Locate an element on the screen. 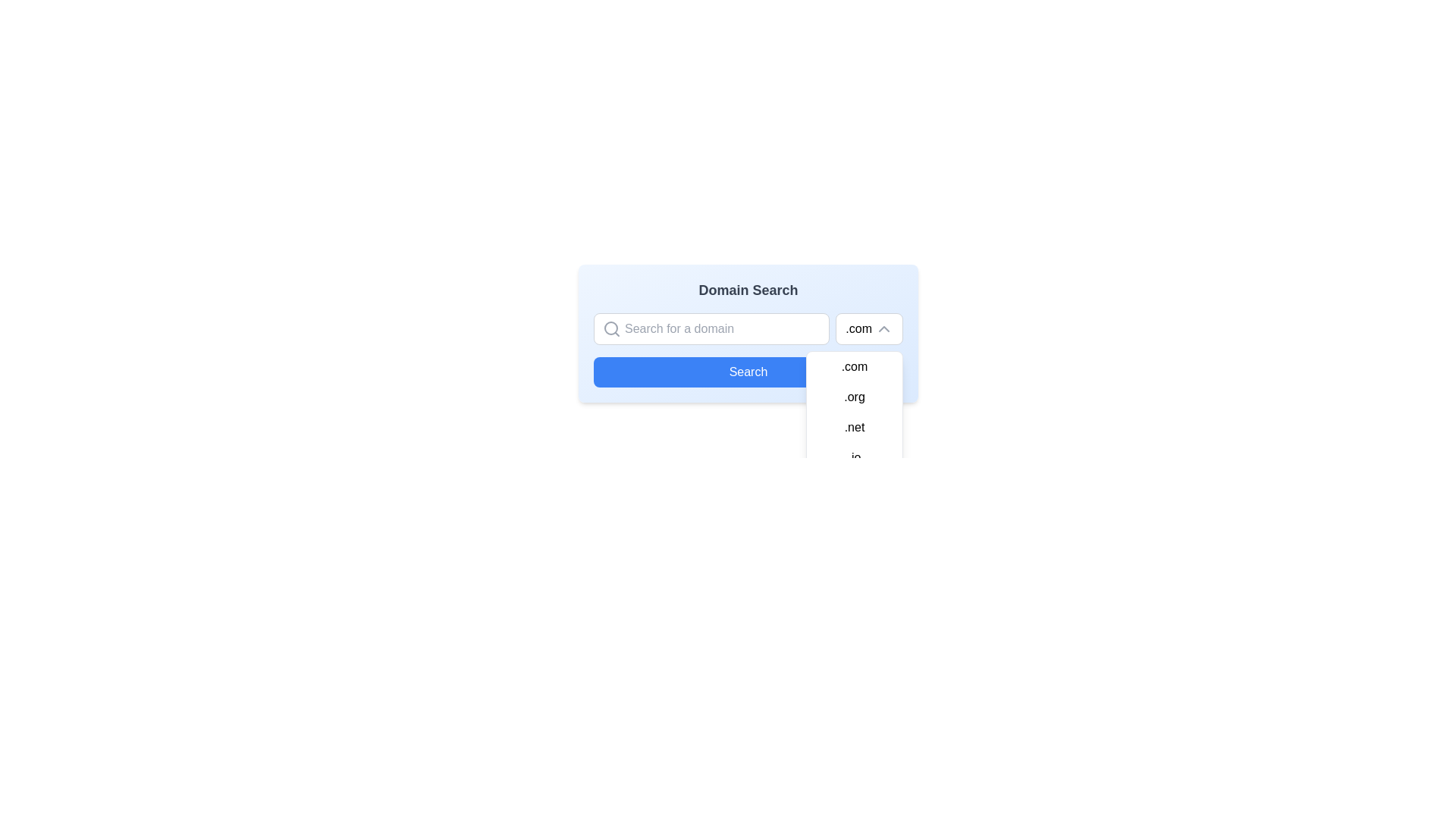 This screenshot has width=1456, height=819. the last option in the dropdown menu that displays the text '.io' is located at coordinates (855, 457).